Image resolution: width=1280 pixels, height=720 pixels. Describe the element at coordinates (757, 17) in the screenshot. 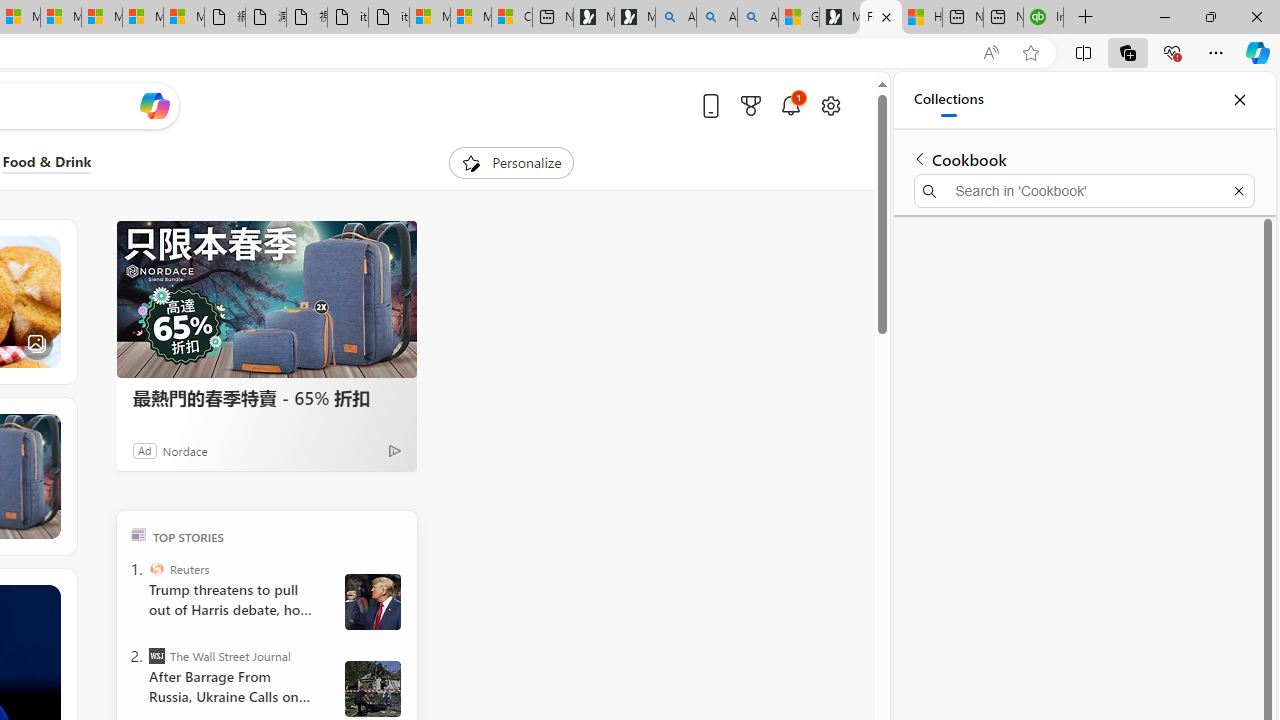

I see `'Alabama high school quarterback dies - Search Videos'` at that location.